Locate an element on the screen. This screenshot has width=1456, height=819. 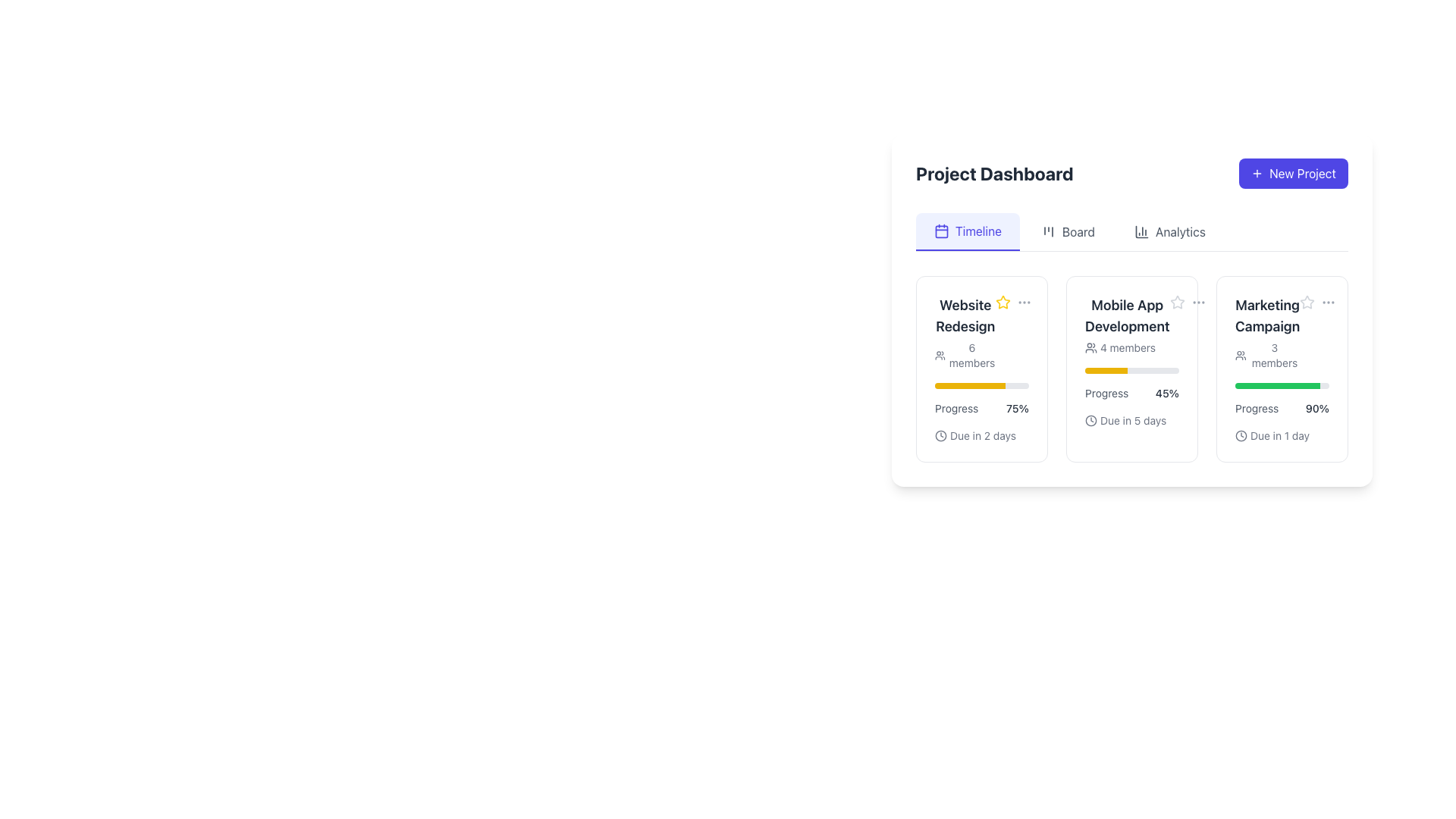
the 'Website Redesign' text label, which is prominently displayed in a bold, large font within the card on the Project Dashboard is located at coordinates (965, 315).